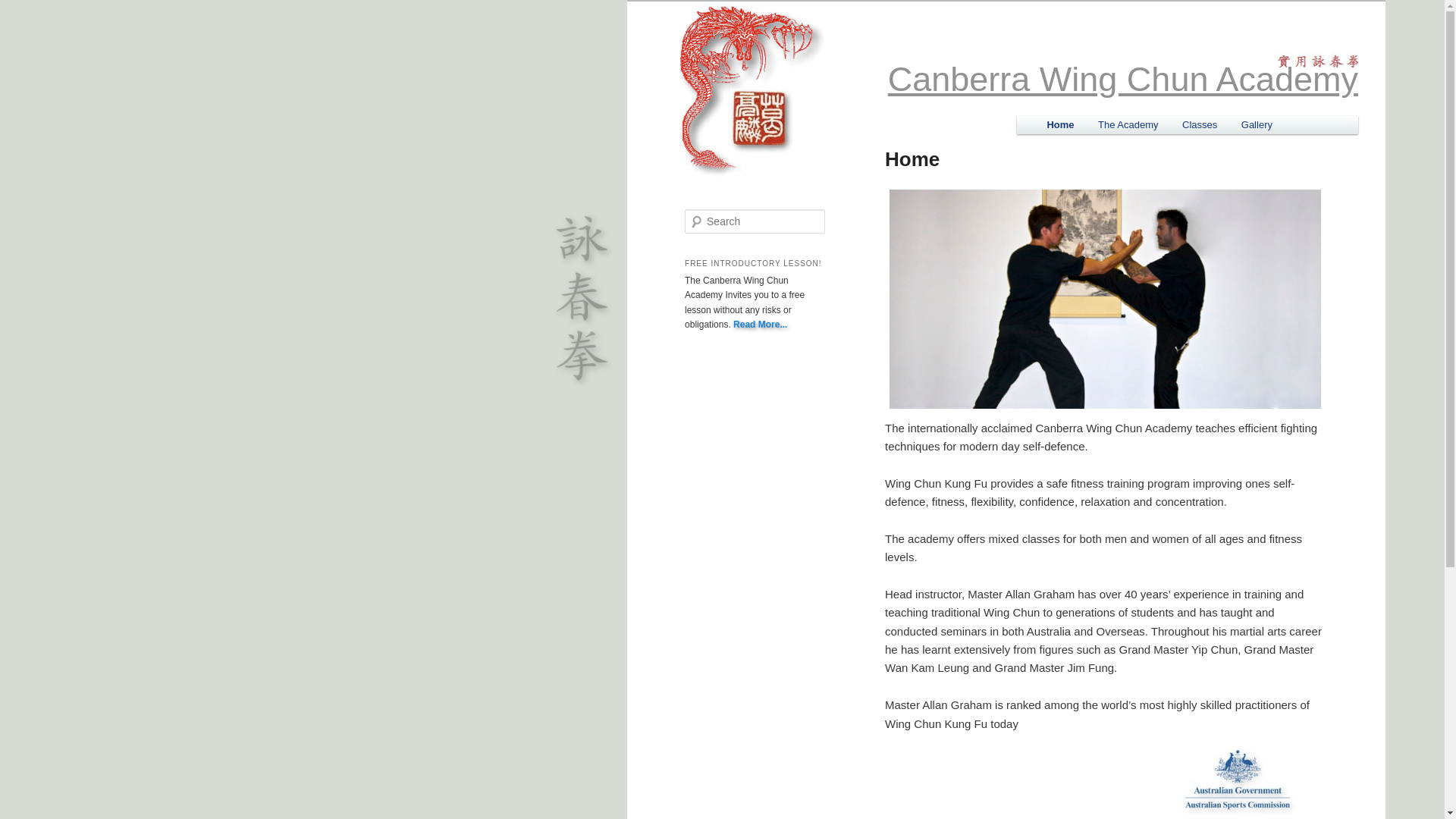 This screenshot has width=1456, height=819. What do you see at coordinates (1123, 79) in the screenshot?
I see `'Canberra Wing Chun Academy'` at bounding box center [1123, 79].